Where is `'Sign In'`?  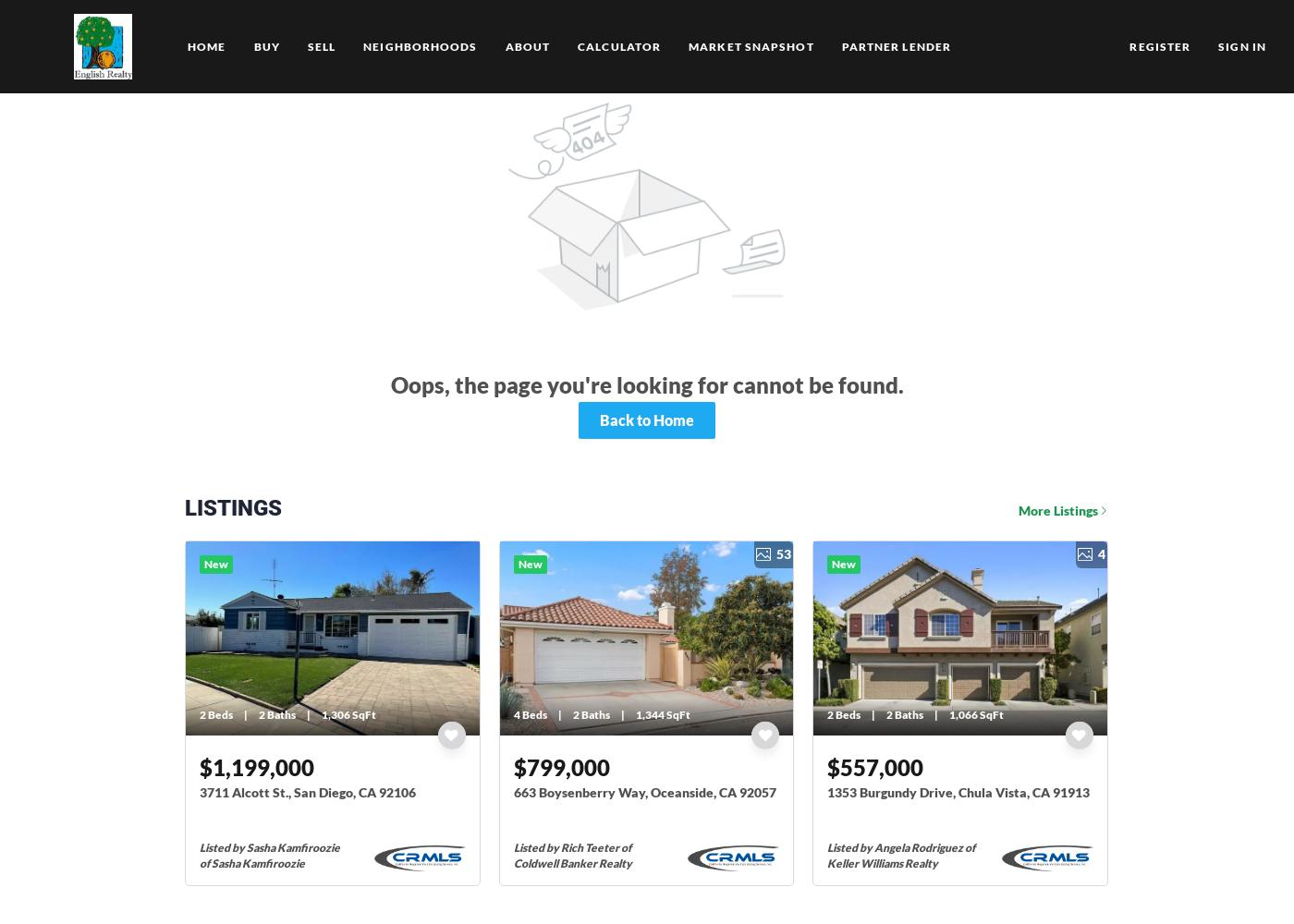 'Sign In' is located at coordinates (1242, 46).